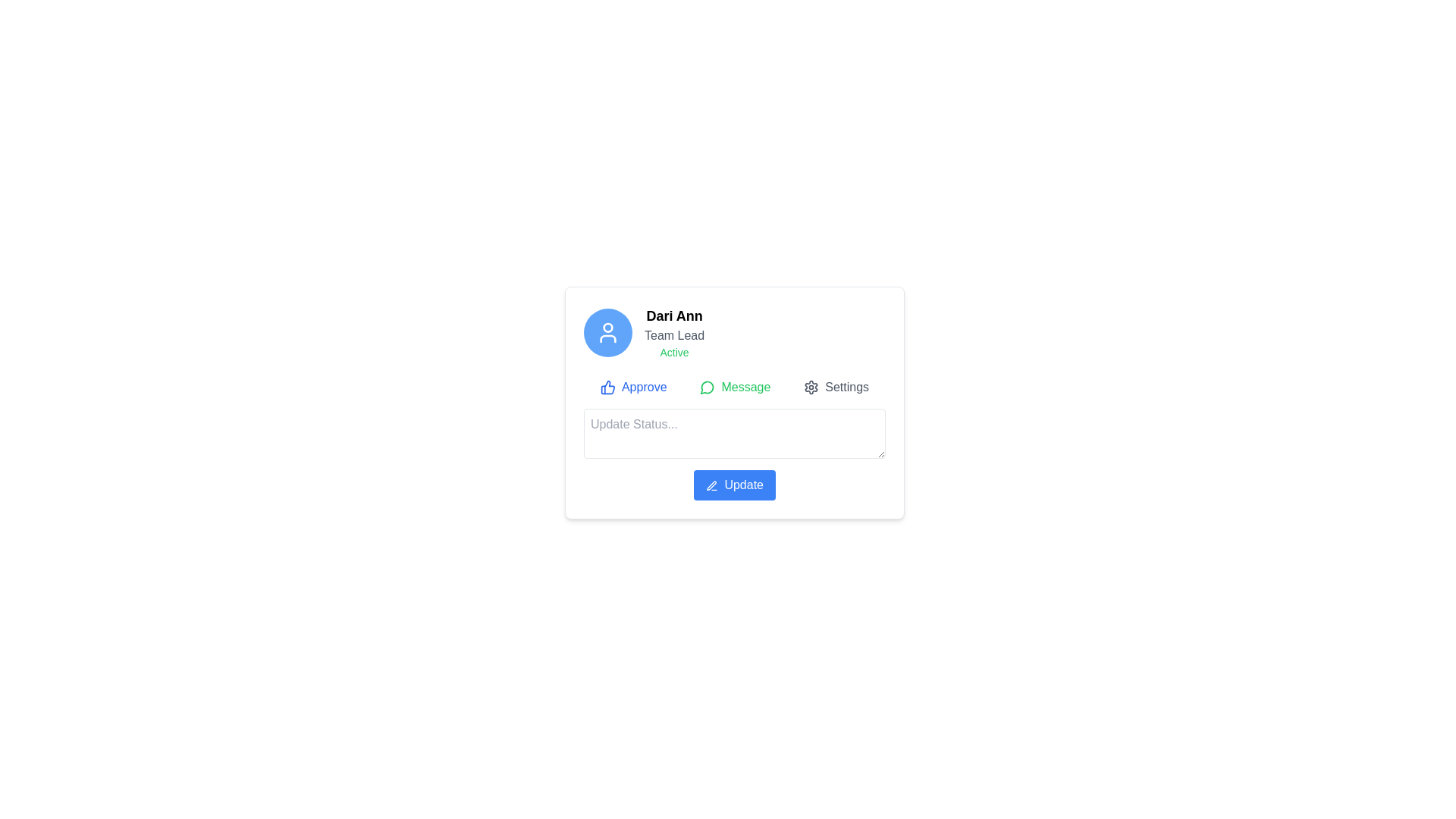 The width and height of the screenshot is (1456, 819). Describe the element at coordinates (745, 386) in the screenshot. I see `the interactive text label located in the center-right area of the card UI component` at that location.